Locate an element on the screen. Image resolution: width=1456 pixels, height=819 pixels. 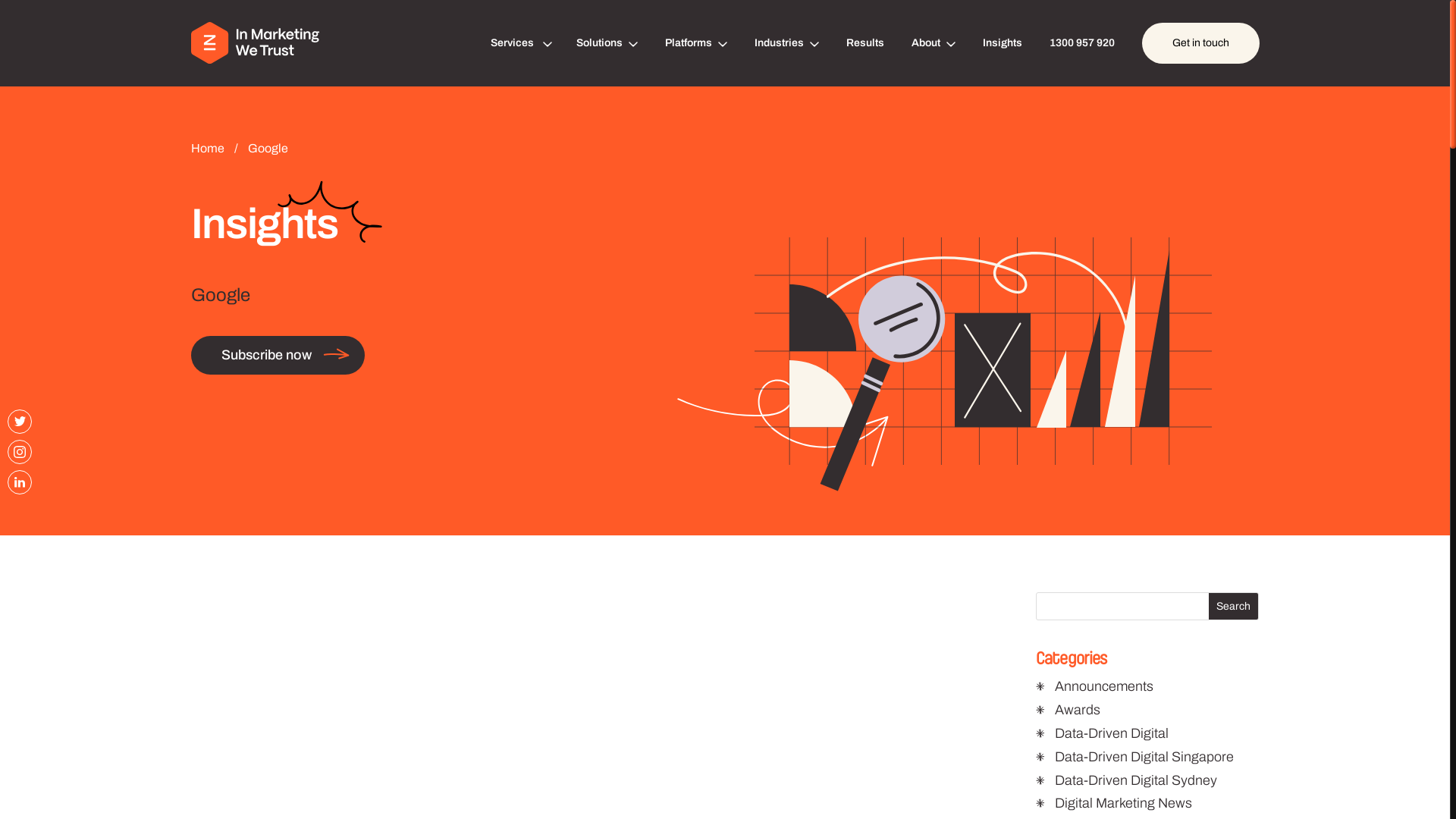
'Solutions' is located at coordinates (575, 42).